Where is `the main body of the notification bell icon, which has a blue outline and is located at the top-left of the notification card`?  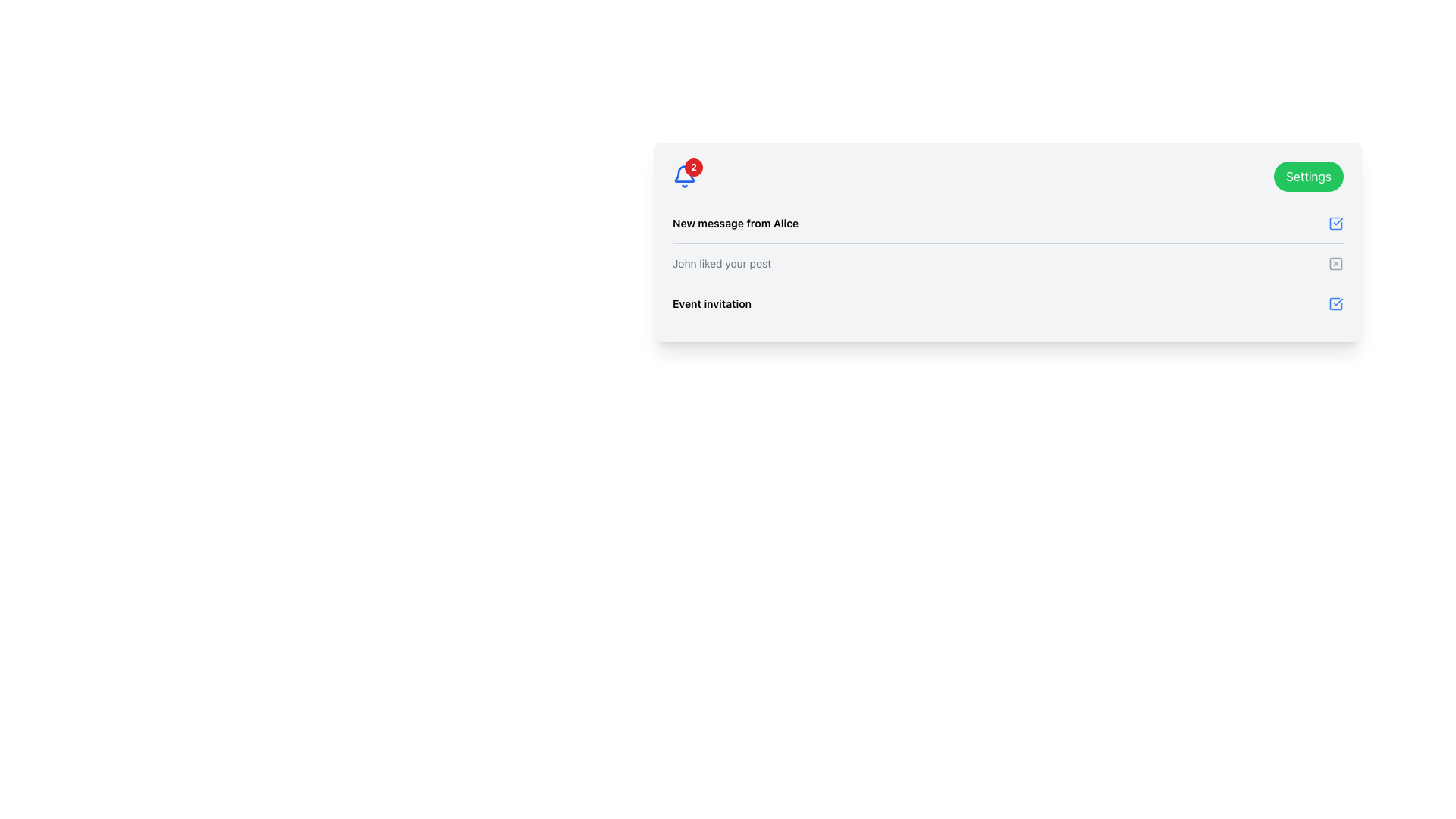 the main body of the notification bell icon, which has a blue outline and is located at the top-left of the notification card is located at coordinates (683, 173).